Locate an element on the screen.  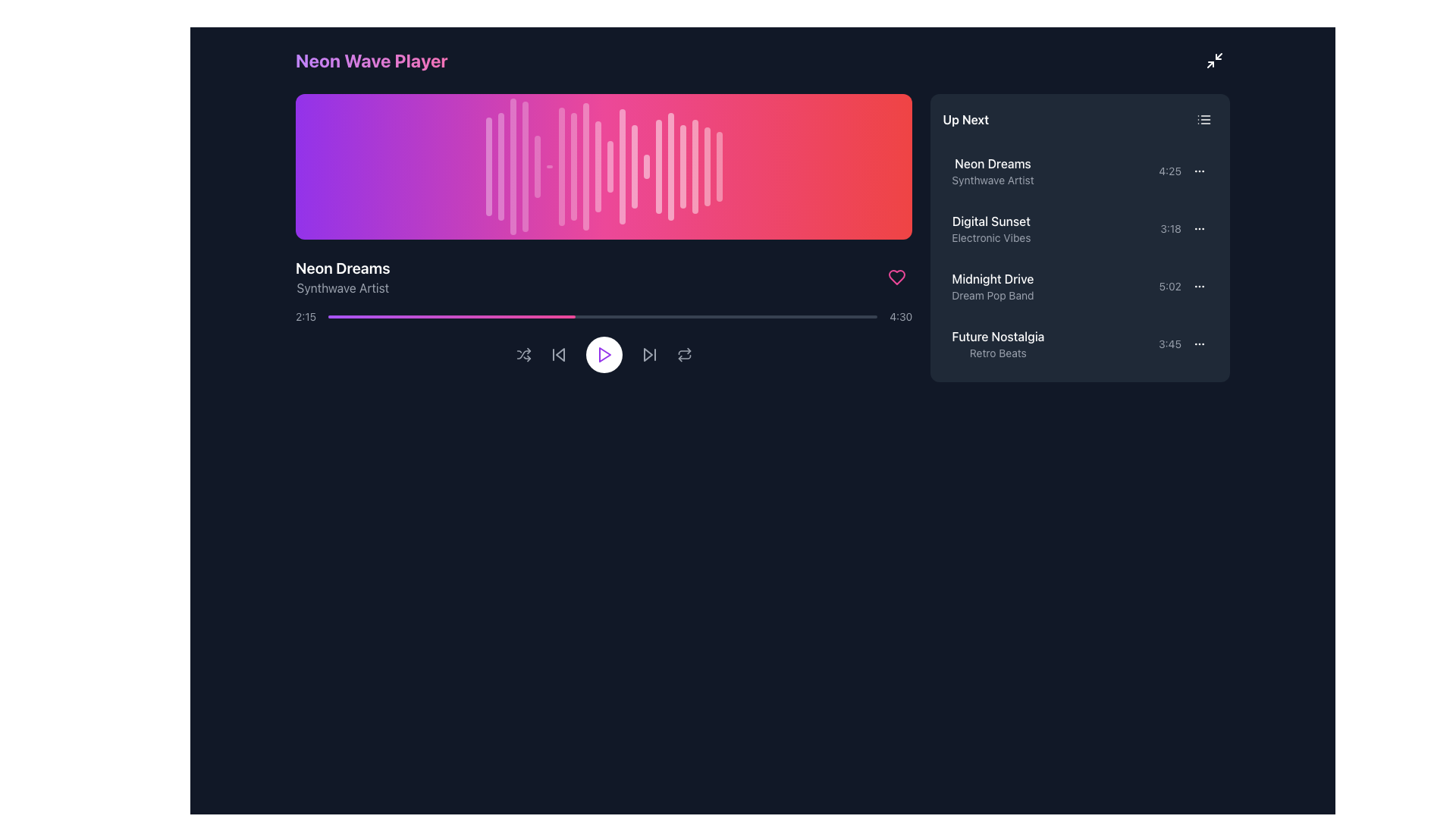
the text label indicating the currently playing track, located in the left-central portion of the interface below the waveform visual component is located at coordinates (342, 268).